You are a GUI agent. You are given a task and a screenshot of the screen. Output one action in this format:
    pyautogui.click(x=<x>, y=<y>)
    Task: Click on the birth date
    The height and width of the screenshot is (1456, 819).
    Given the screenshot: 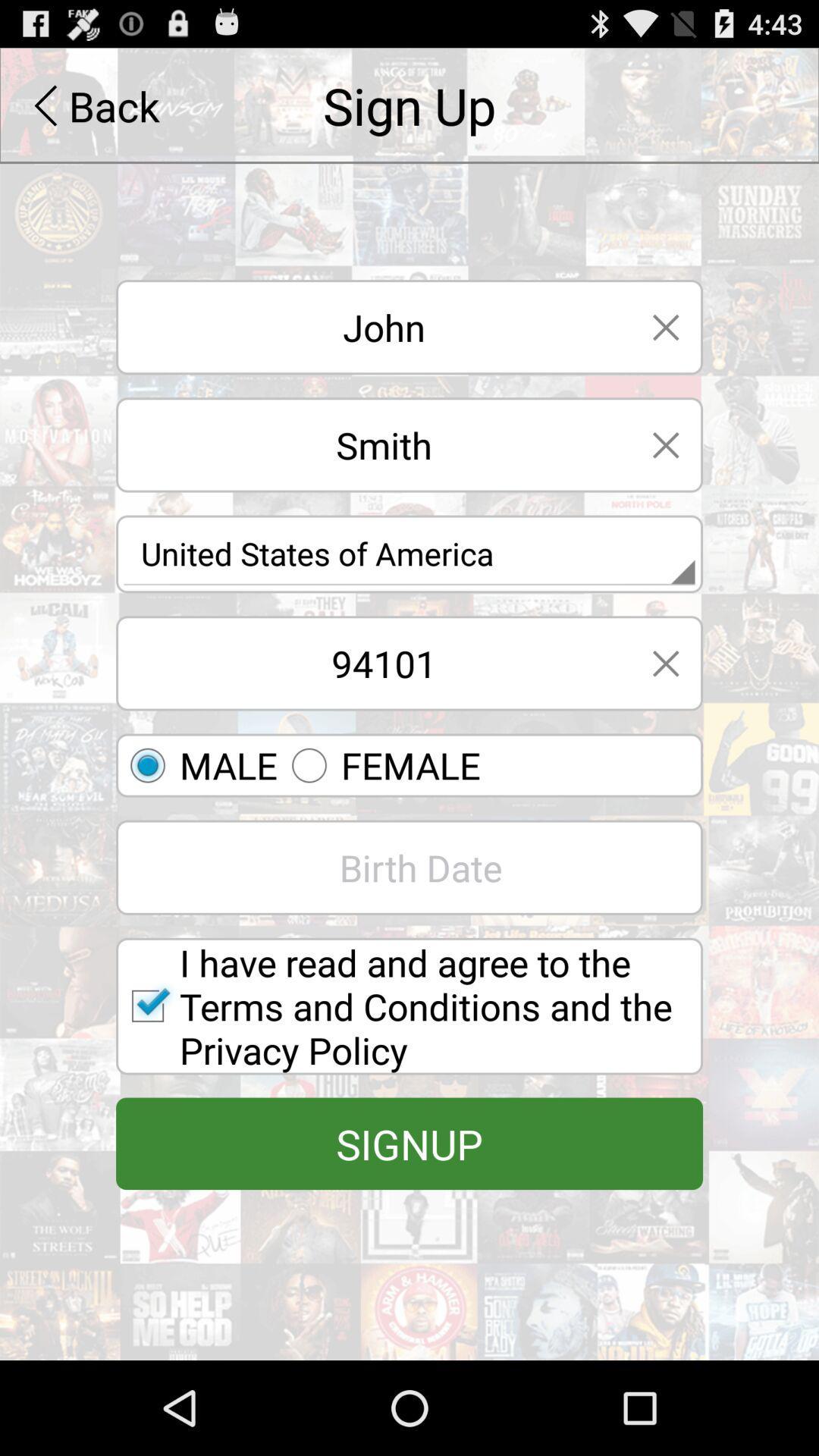 What is the action you would take?
    pyautogui.click(x=409, y=868)
    